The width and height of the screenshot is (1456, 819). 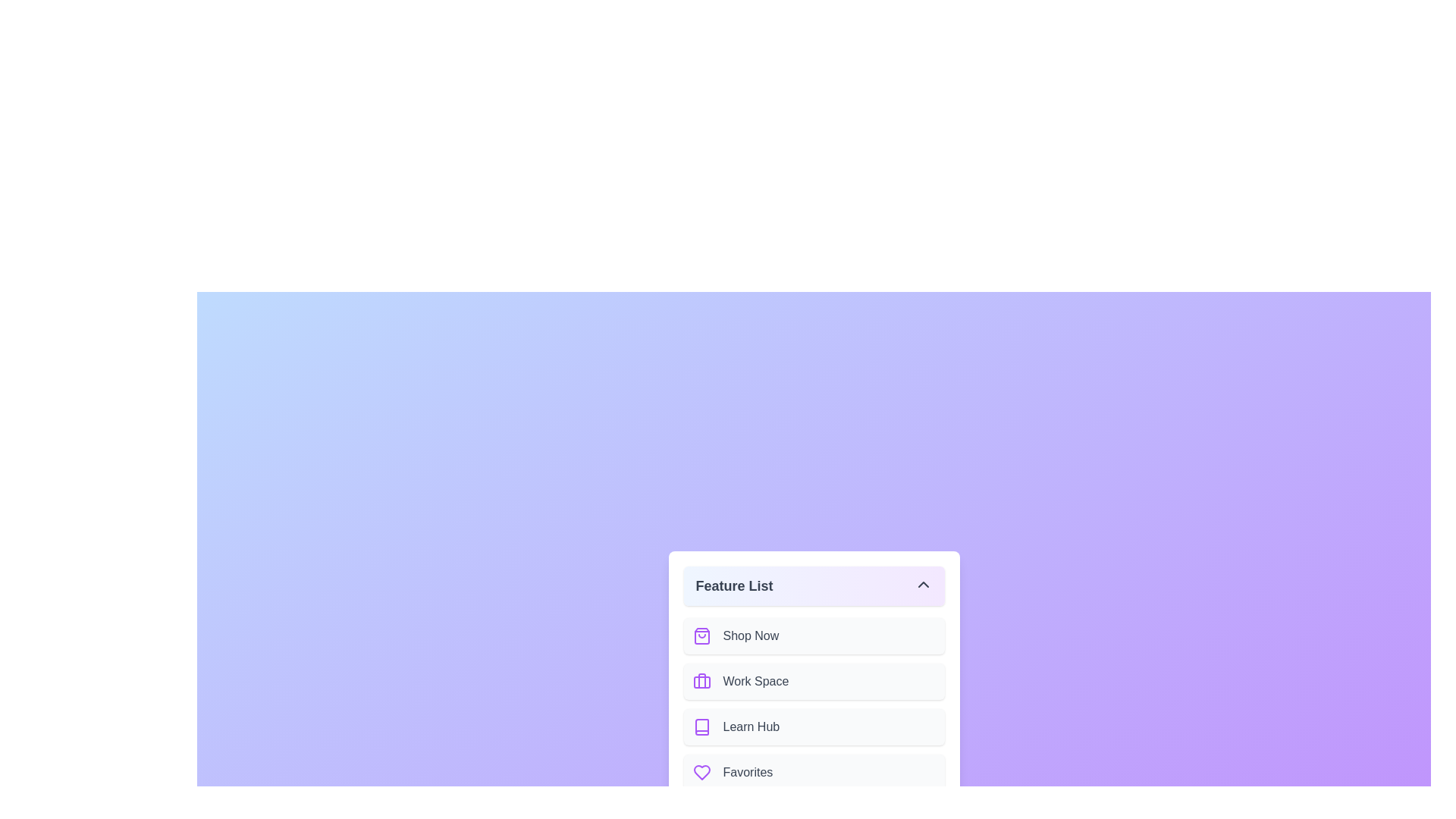 What do you see at coordinates (813, 636) in the screenshot?
I see `the feature Shop Now from the list` at bounding box center [813, 636].